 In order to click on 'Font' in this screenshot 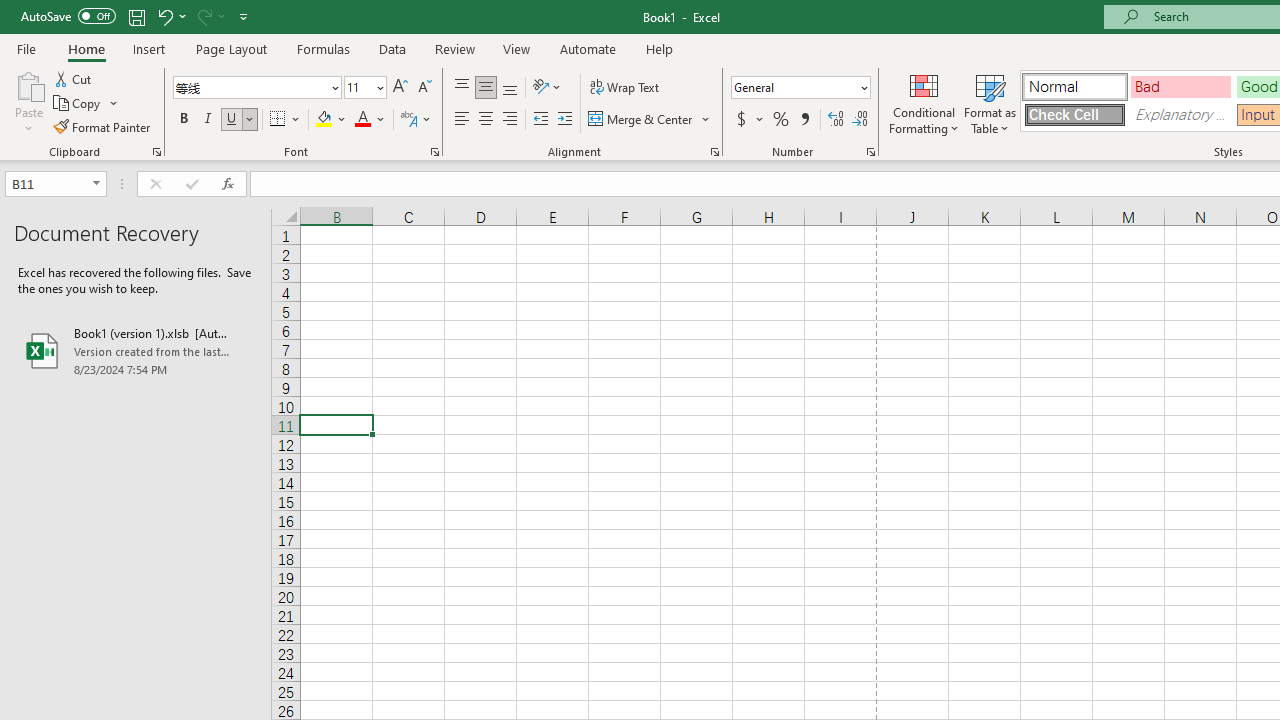, I will do `click(256, 86)`.